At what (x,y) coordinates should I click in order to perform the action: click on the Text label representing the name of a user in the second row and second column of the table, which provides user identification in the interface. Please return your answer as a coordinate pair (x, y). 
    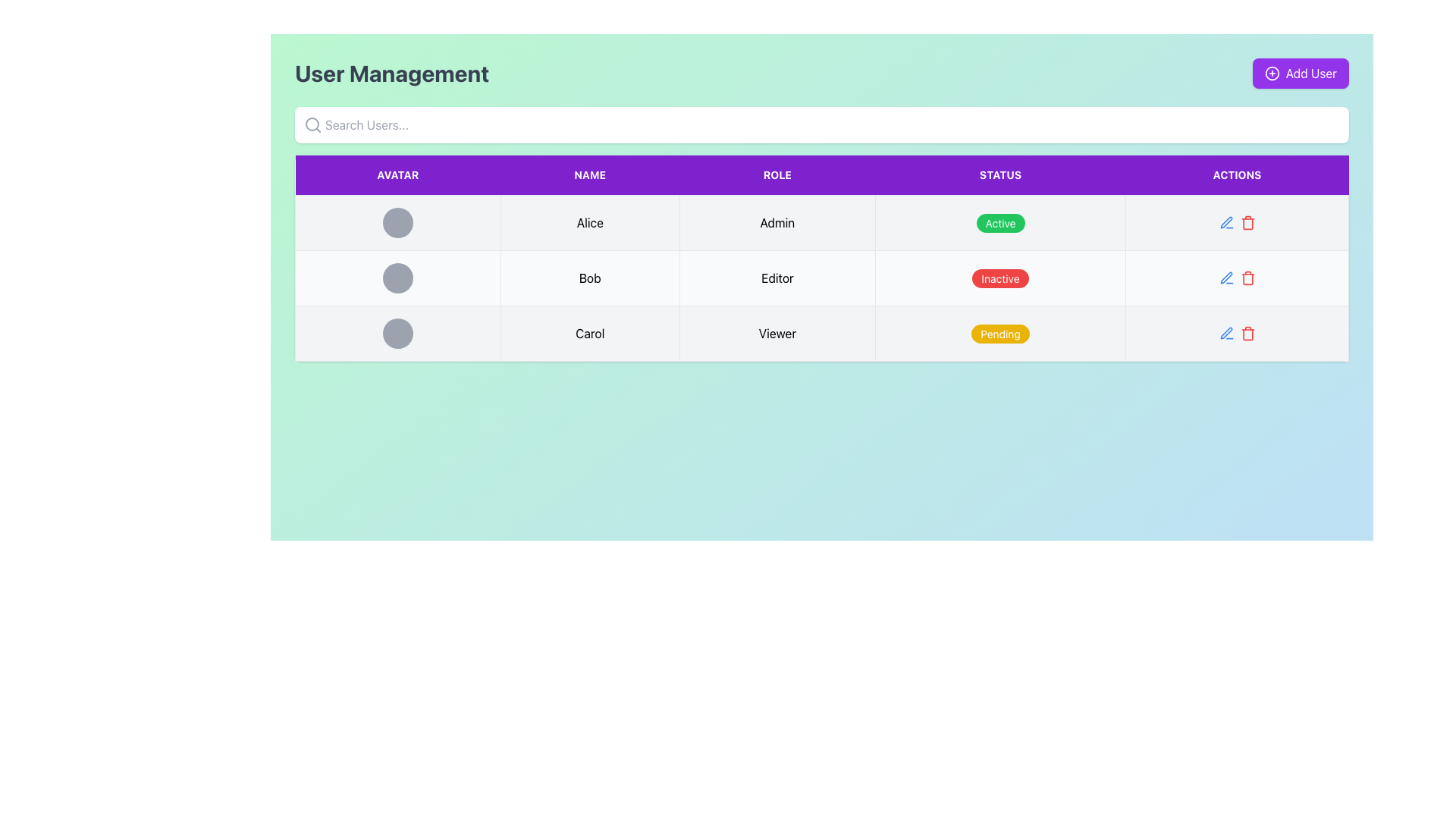
    Looking at the image, I should click on (589, 278).